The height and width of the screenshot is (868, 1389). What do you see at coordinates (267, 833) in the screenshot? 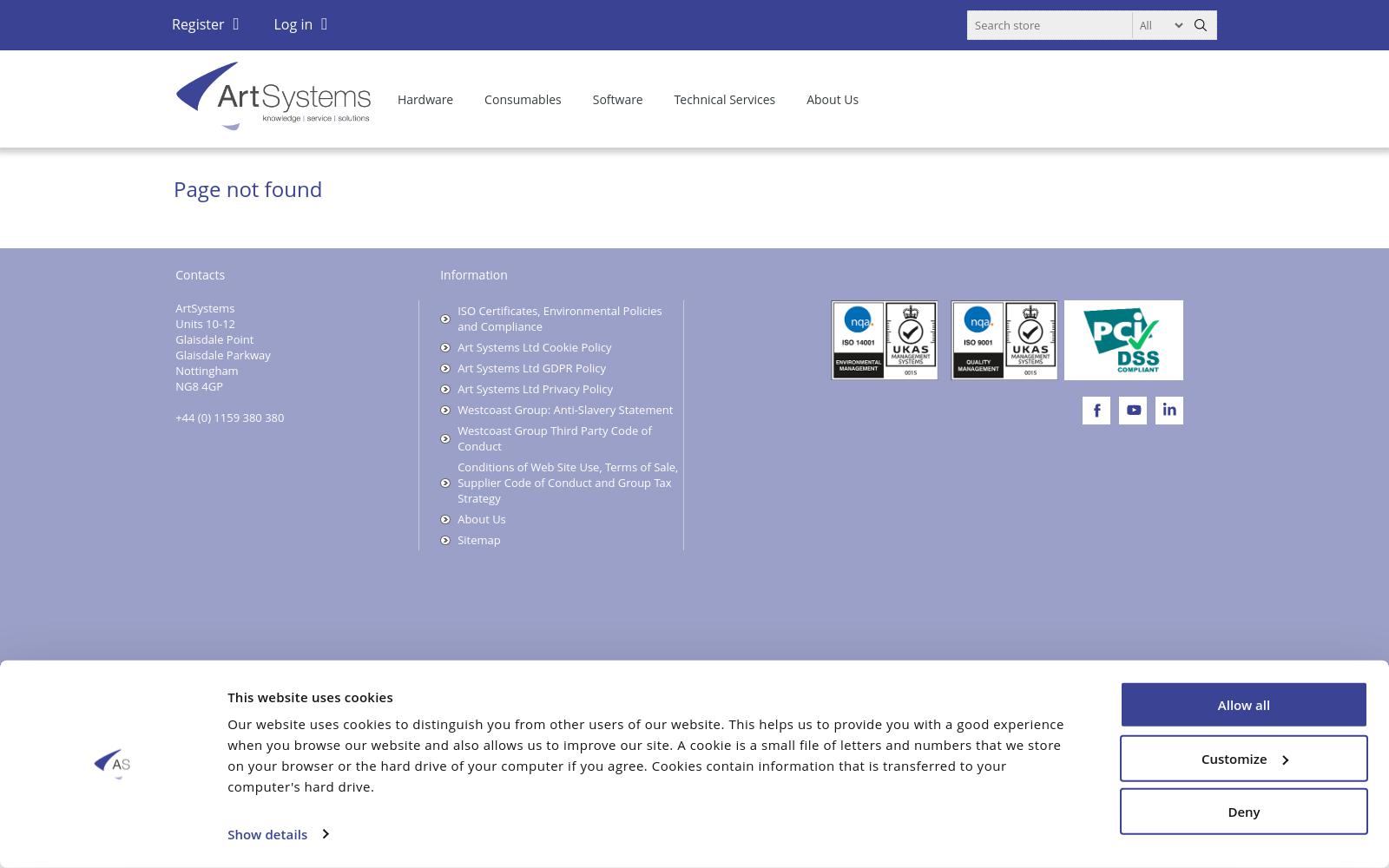
I see `'Show details'` at bounding box center [267, 833].